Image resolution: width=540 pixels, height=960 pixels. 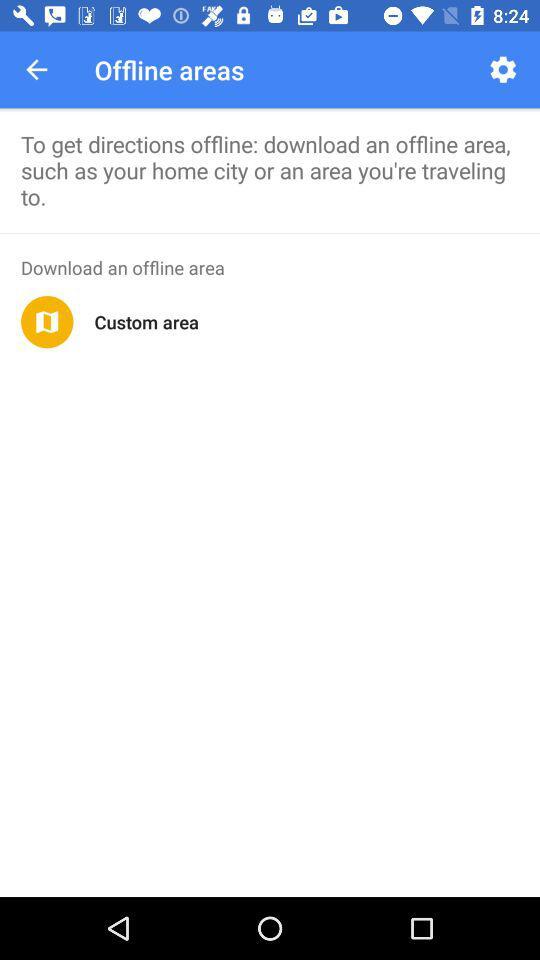 I want to click on app to the left of offline areas icon, so click(x=36, y=69).